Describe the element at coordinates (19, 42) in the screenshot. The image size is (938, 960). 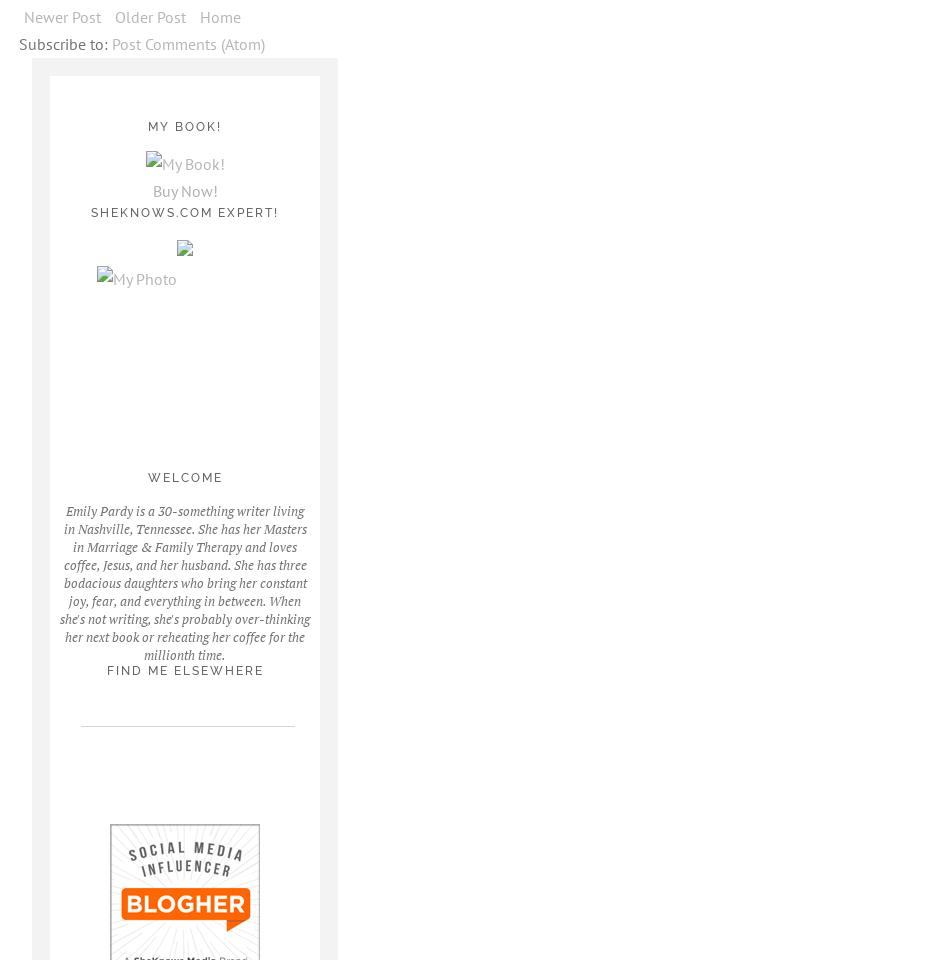
I see `'Subscribe to:'` at that location.